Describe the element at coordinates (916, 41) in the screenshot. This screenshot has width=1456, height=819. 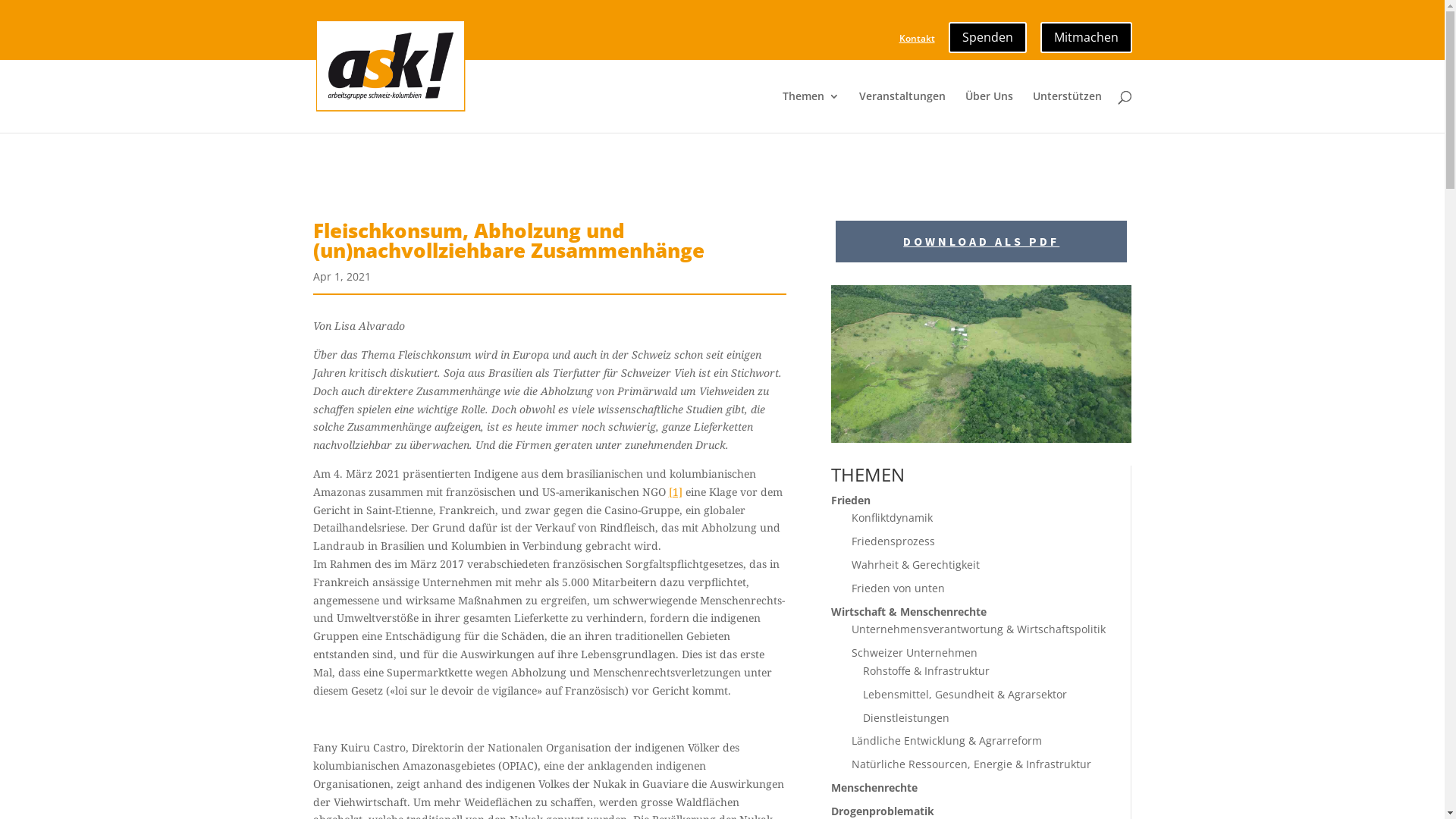
I see `'Kontakt'` at that location.